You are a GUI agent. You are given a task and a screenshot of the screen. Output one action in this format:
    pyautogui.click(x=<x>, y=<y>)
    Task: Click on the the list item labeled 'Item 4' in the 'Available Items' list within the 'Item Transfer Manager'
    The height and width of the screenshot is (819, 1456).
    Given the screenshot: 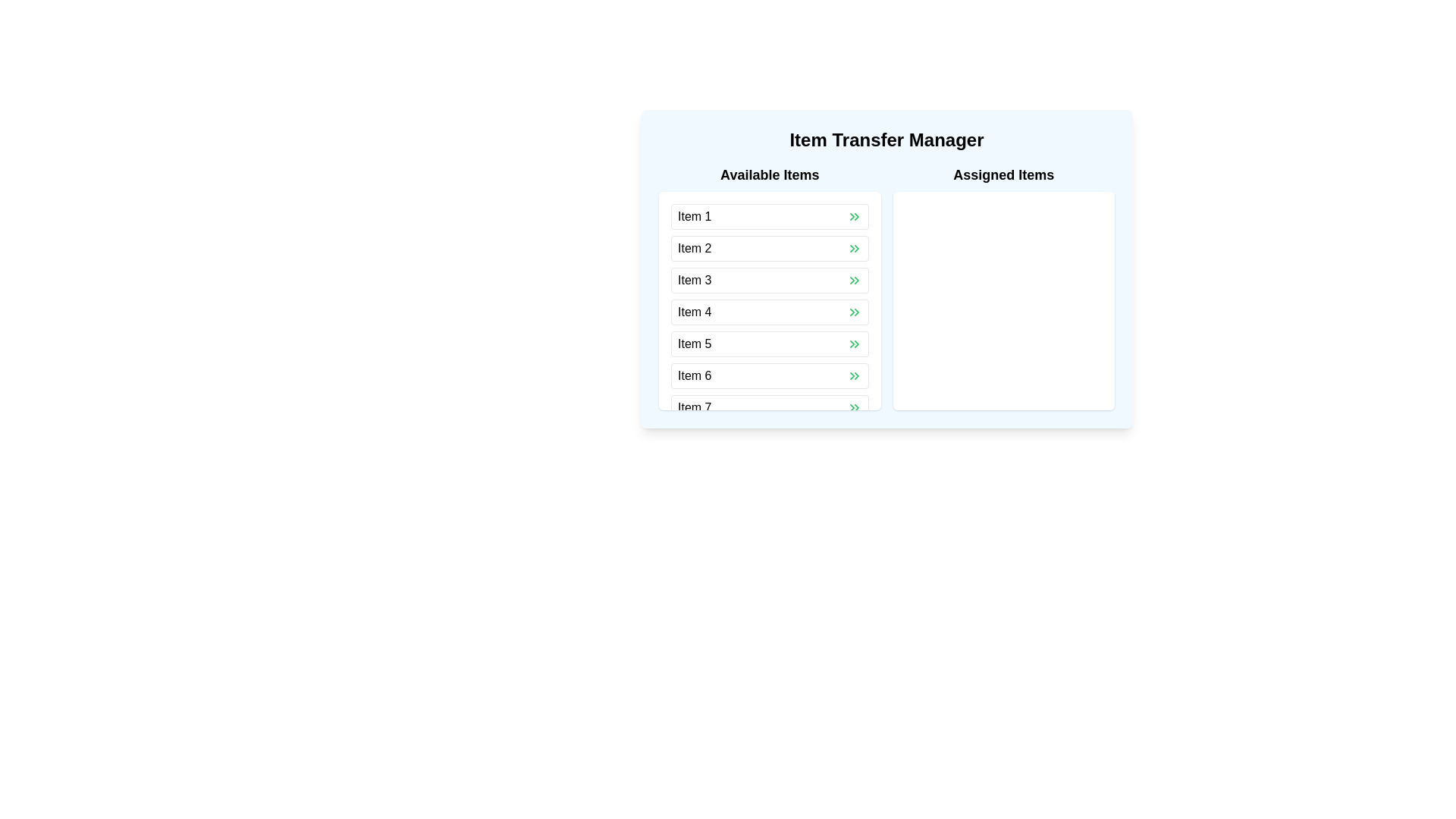 What is the action you would take?
    pyautogui.click(x=770, y=312)
    